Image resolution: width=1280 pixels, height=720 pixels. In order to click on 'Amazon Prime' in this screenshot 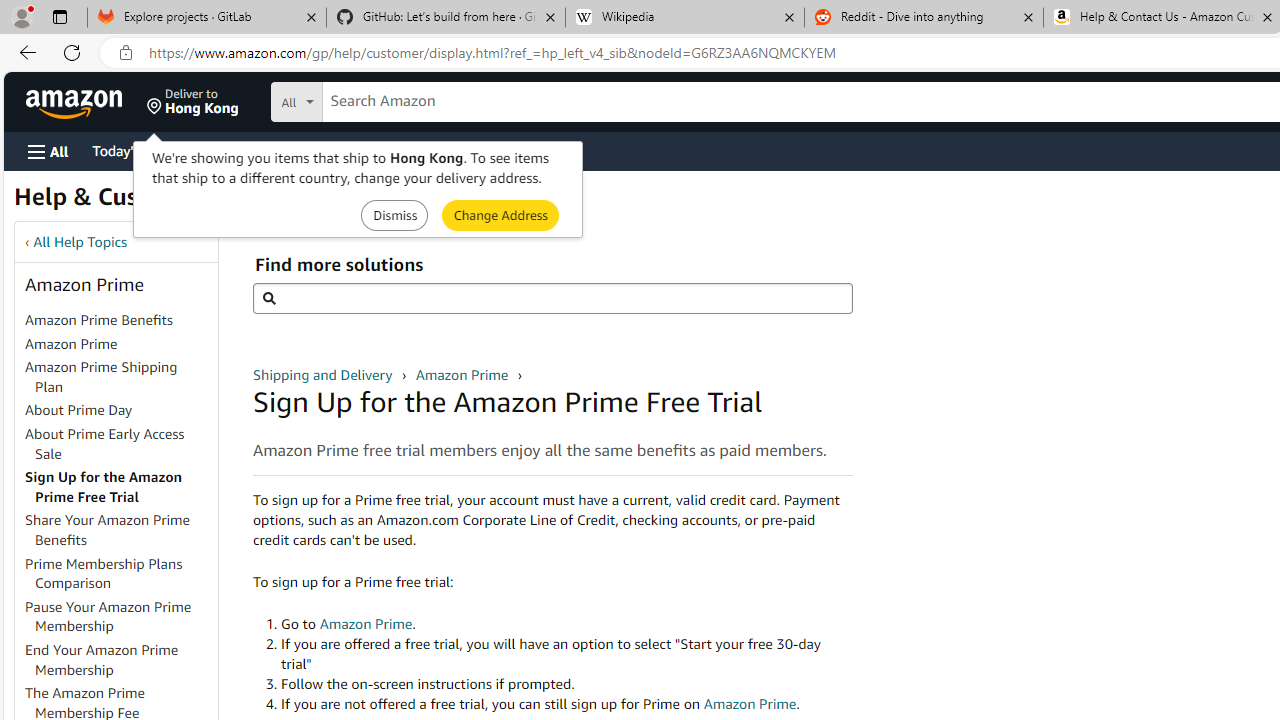, I will do `click(119, 343)`.